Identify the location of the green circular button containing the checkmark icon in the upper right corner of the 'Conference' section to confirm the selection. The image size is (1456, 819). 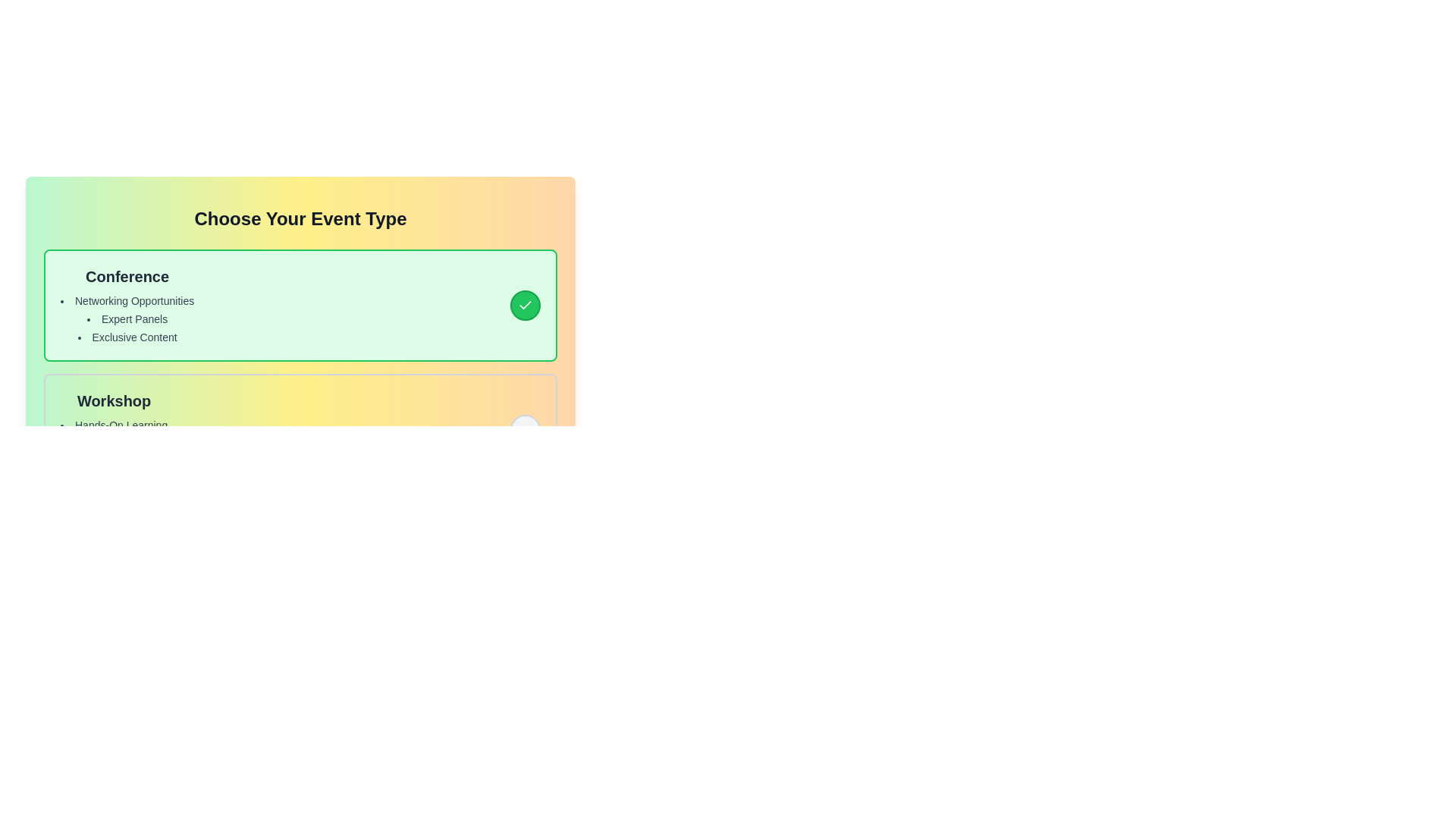
(525, 305).